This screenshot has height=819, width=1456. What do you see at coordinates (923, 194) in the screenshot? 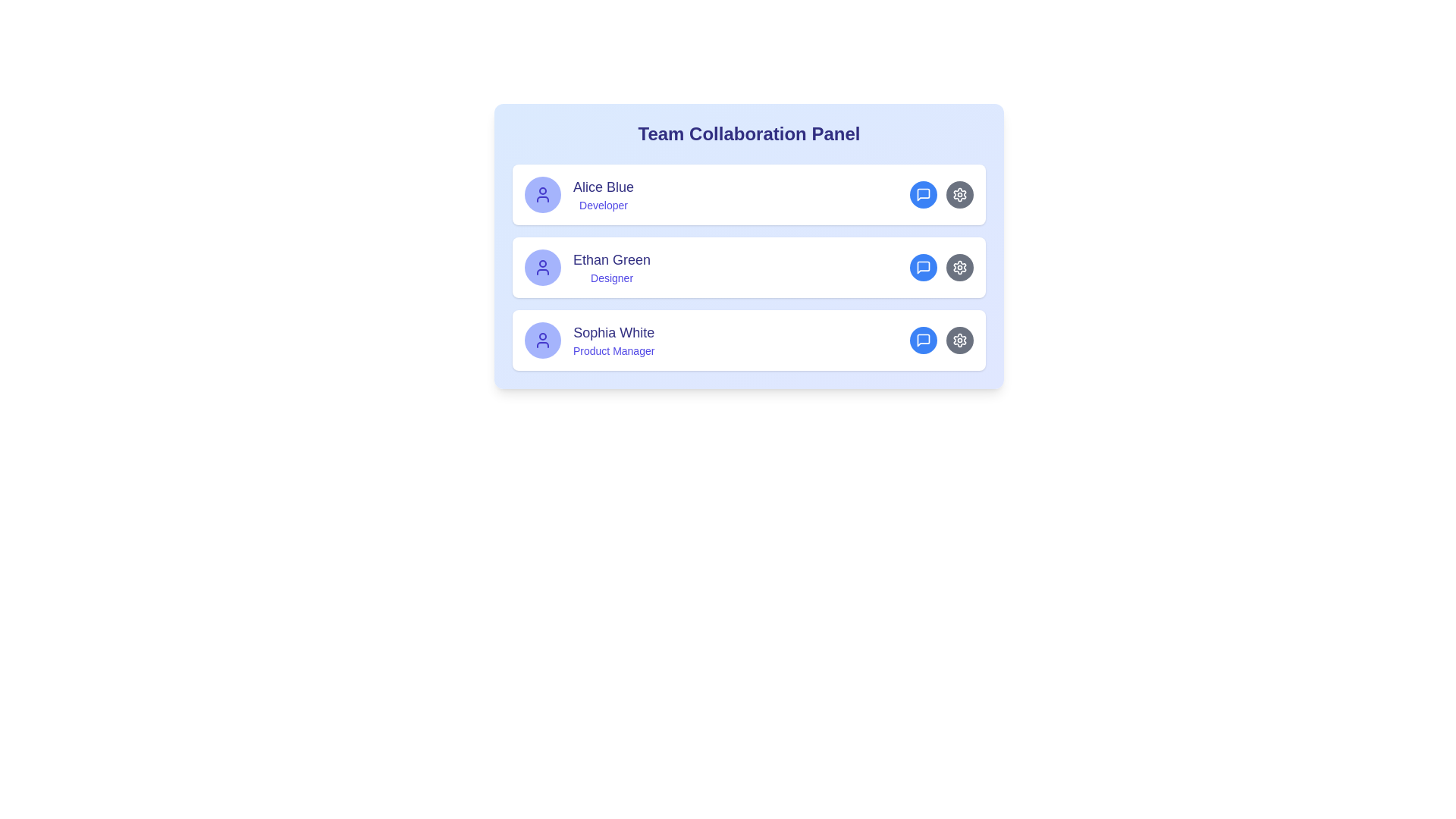
I see `the small circular button with a blue background and a white chat icon, located next to the 'Alice Blue' user entry` at bounding box center [923, 194].